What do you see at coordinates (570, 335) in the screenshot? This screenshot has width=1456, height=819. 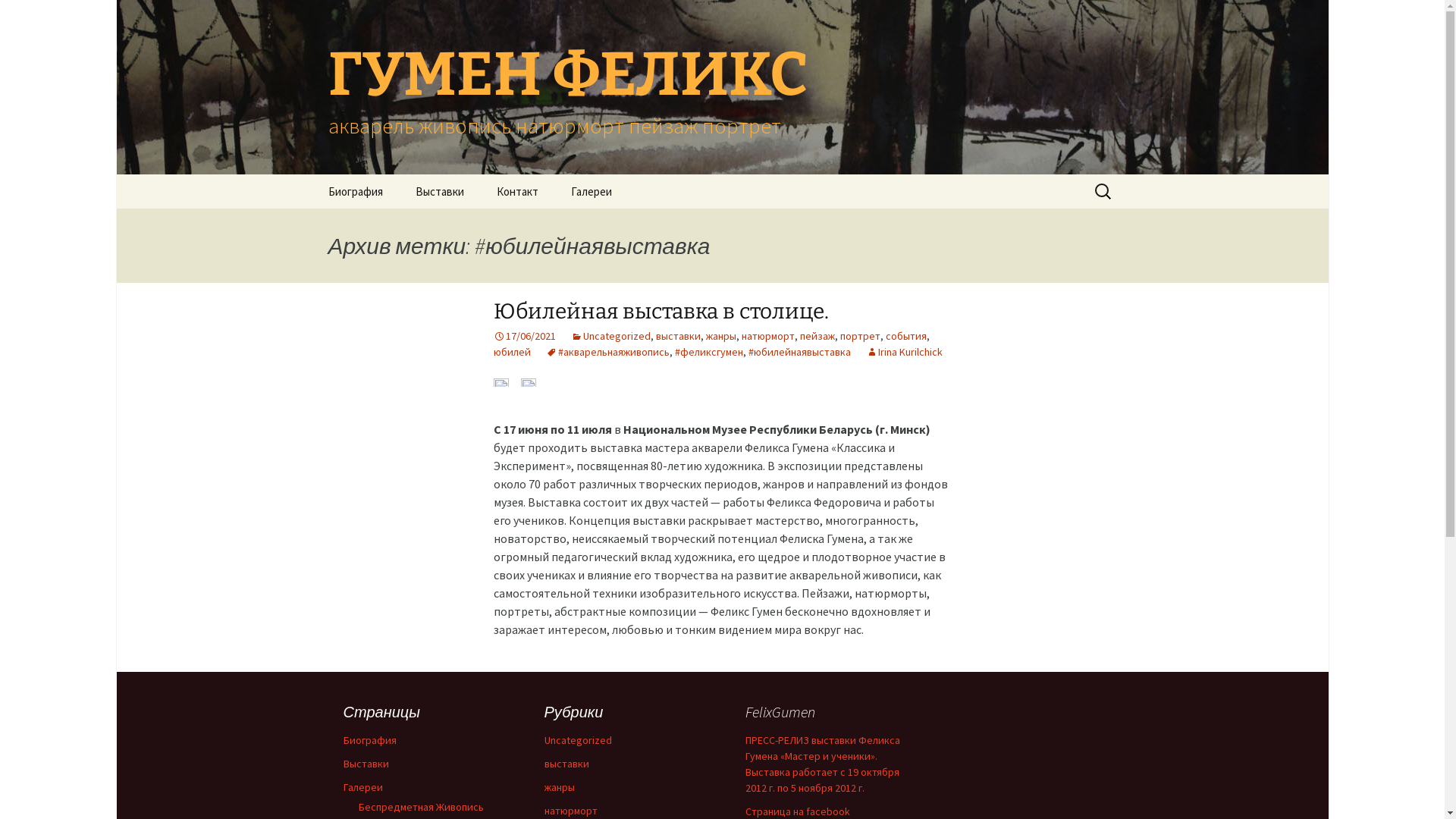 I see `'Uncategorized'` at bounding box center [570, 335].